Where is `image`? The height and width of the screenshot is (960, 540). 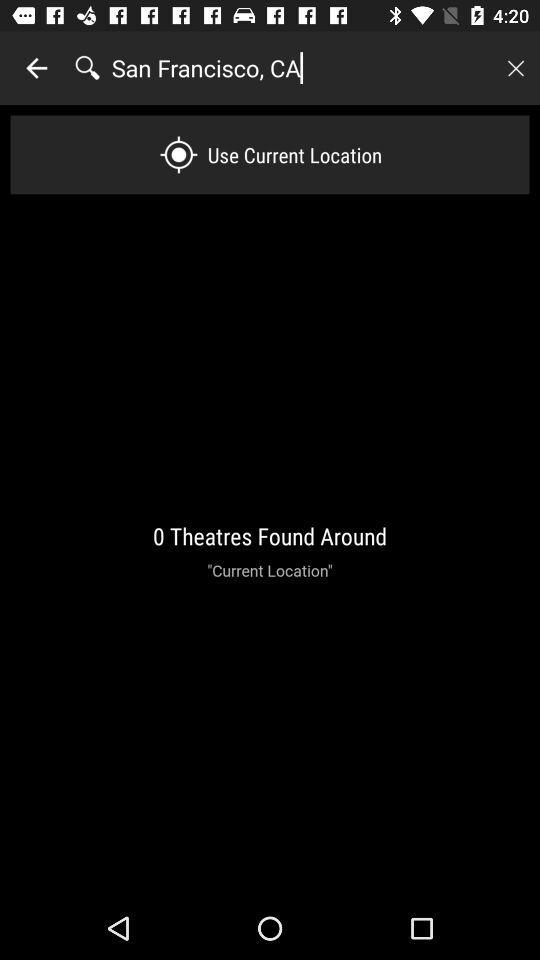 image is located at coordinates (515, 68).